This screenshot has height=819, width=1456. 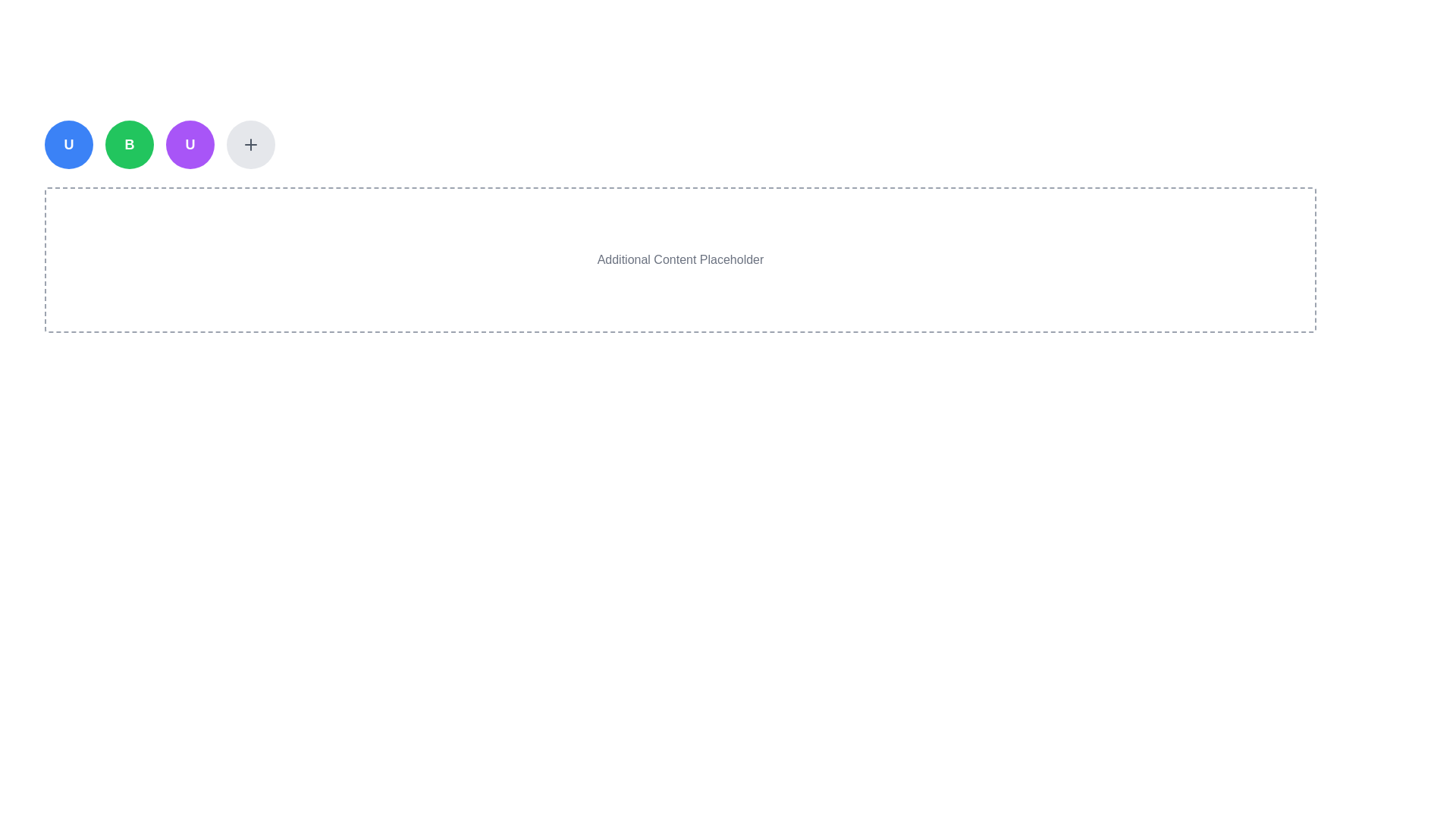 I want to click on the circular button with a light gray background that contains a '+' icon, located on the right side of a row of circular icons adjacent to buttons labeled 'U', 'B', and 'U', so click(x=251, y=145).